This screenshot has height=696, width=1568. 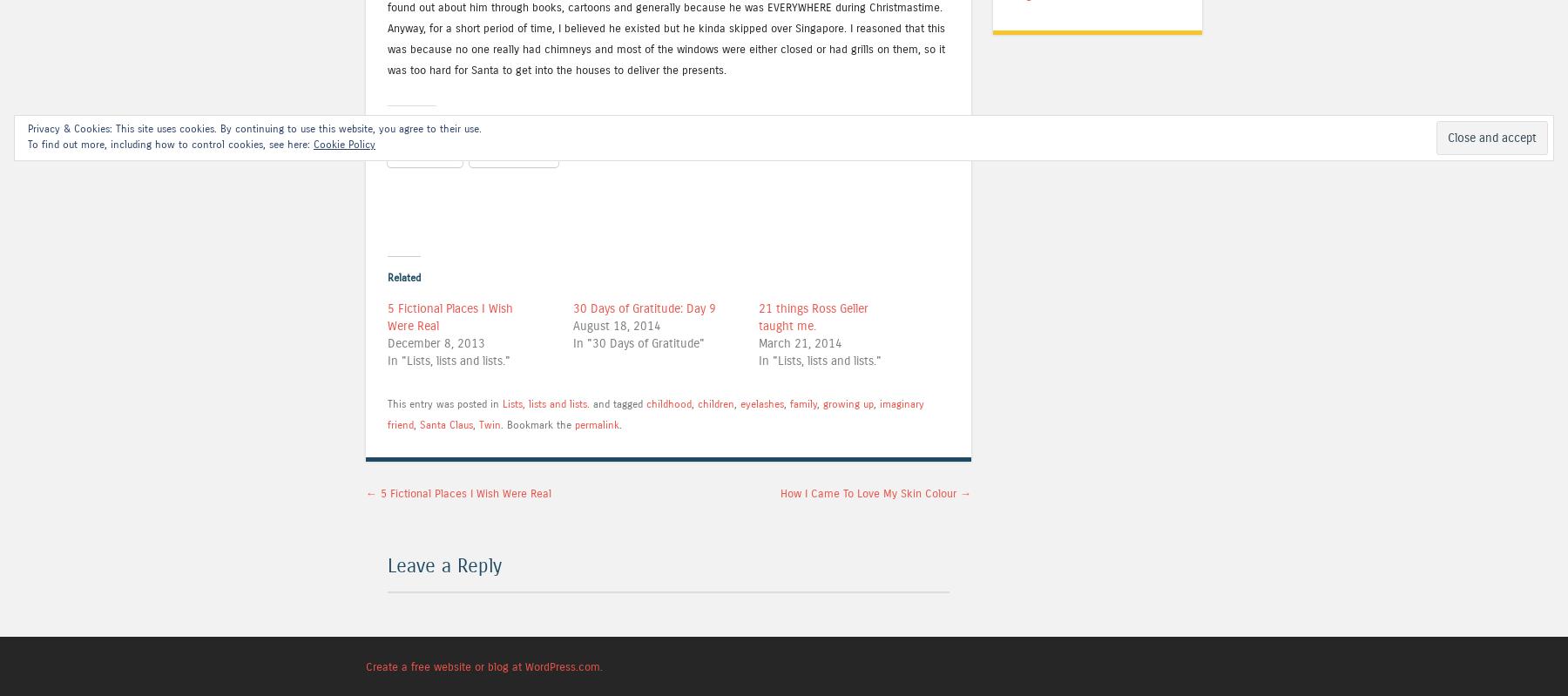 I want to click on 'children', so click(x=698, y=402).